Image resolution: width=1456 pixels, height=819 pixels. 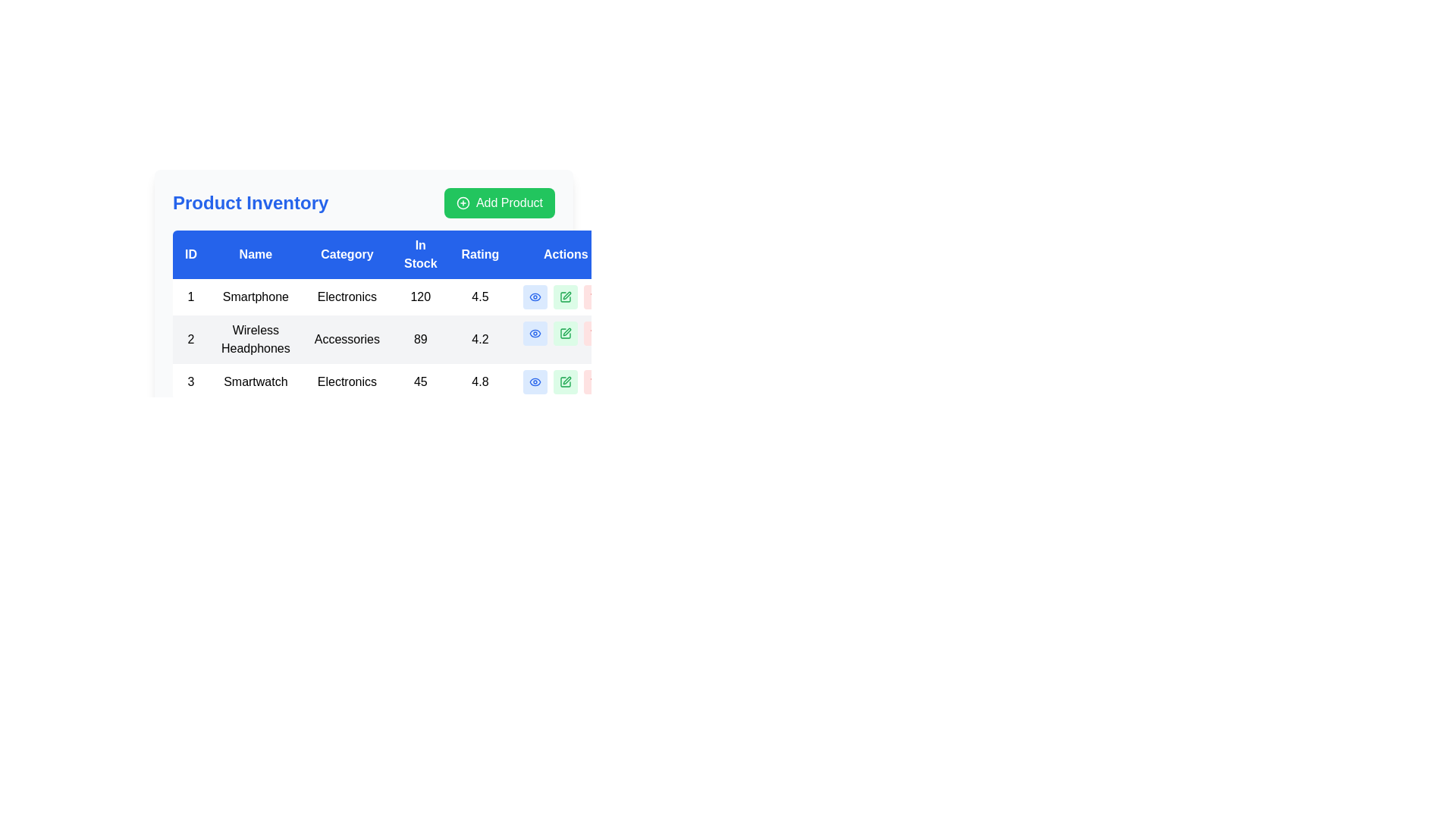 I want to click on the Delete button with an icon in the Actions column of the third row of the inventory table labeled 'Smartwatch' for accessibility, so click(x=595, y=381).